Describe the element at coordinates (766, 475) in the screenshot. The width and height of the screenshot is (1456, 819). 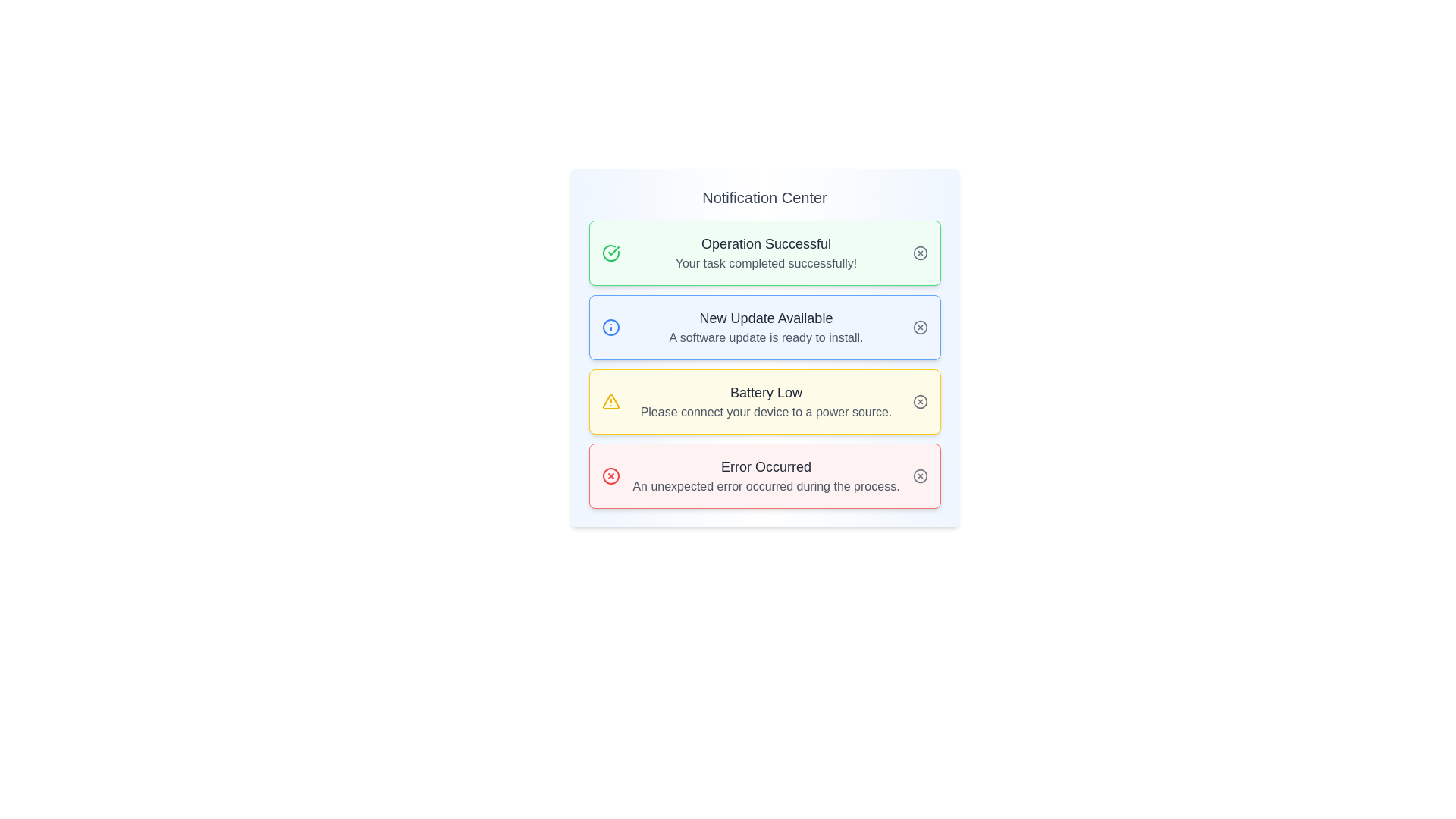
I see `the error notification message text block, which is the fourth item in a vertically stacked notification list with a red background` at that location.